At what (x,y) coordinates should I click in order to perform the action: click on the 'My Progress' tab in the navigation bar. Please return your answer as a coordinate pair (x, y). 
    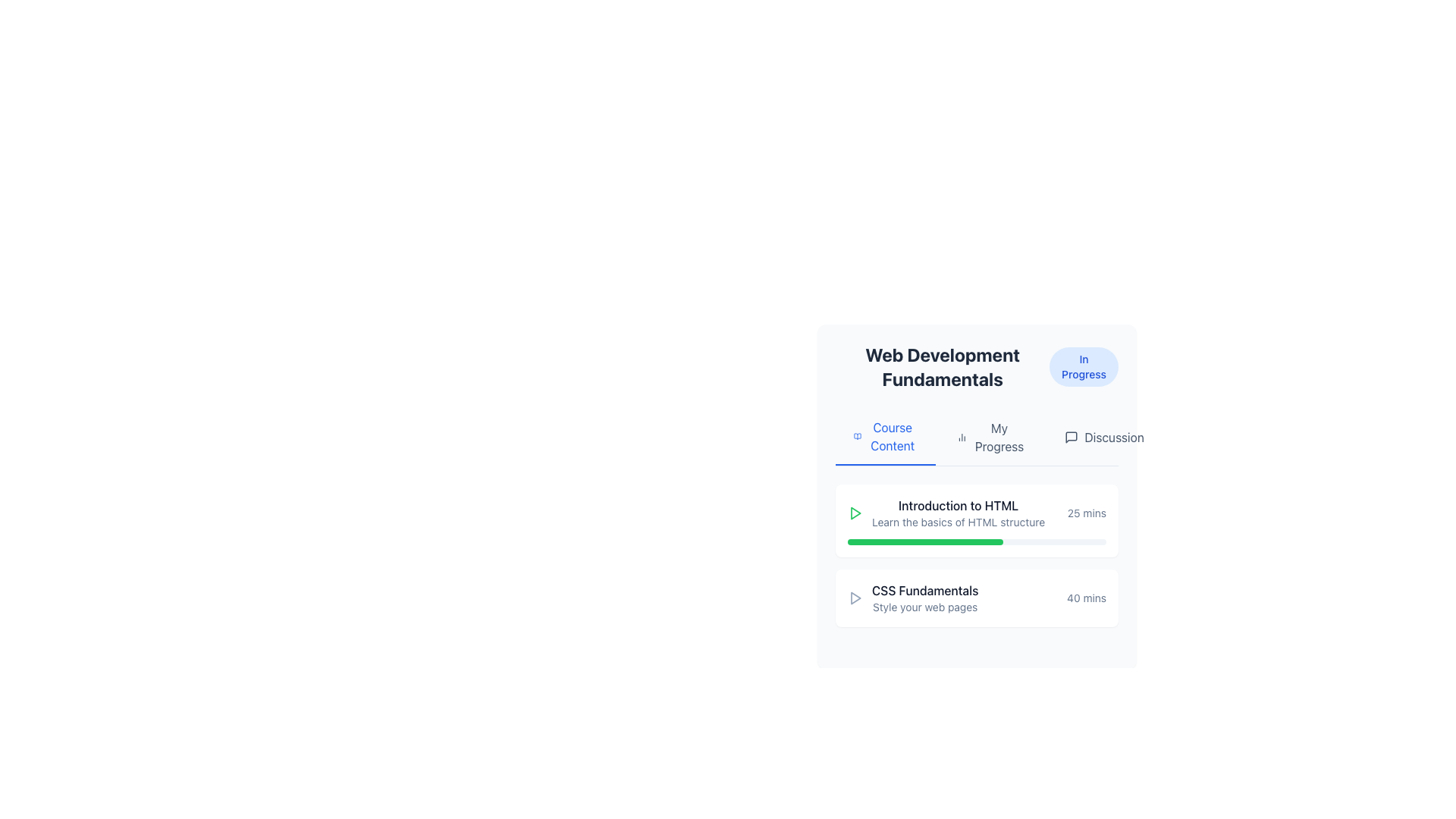
    Looking at the image, I should click on (991, 438).